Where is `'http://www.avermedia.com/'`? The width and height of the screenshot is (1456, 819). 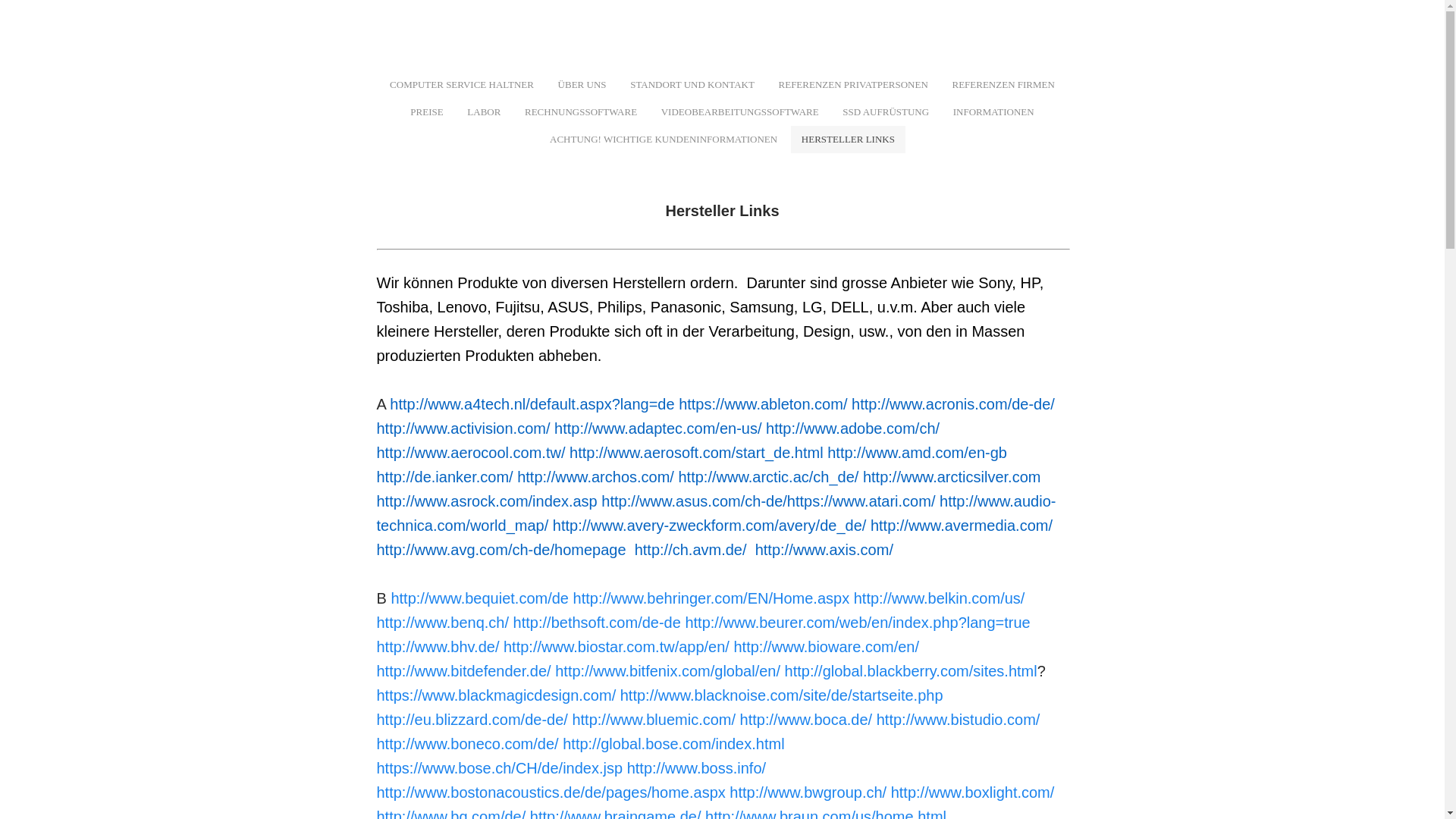
'http://www.avermedia.com/' is located at coordinates (960, 525).